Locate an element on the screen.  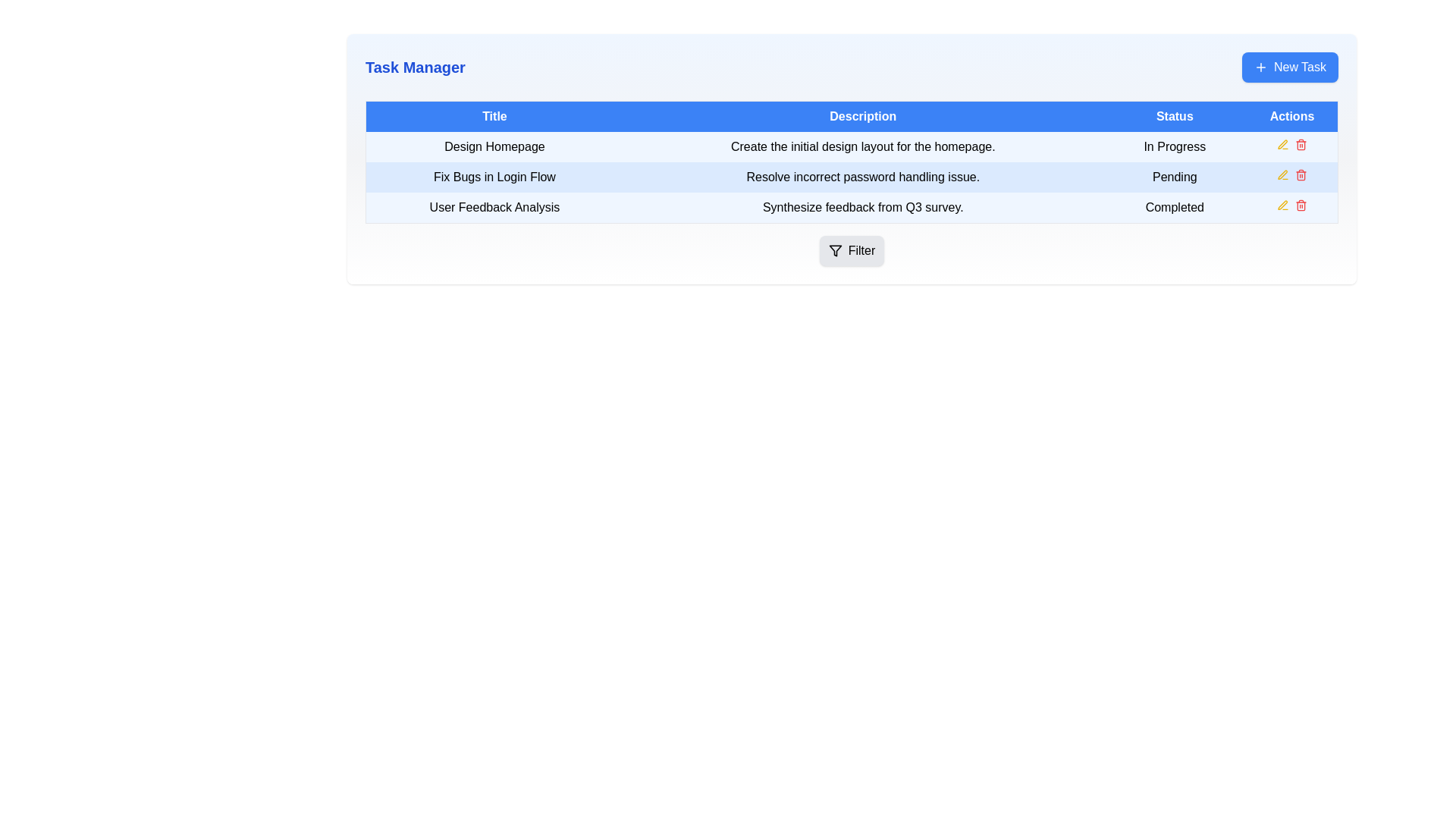
the 'New Task' text label within the button located at the top-right of the interface to interact with the associated button is located at coordinates (1299, 66).